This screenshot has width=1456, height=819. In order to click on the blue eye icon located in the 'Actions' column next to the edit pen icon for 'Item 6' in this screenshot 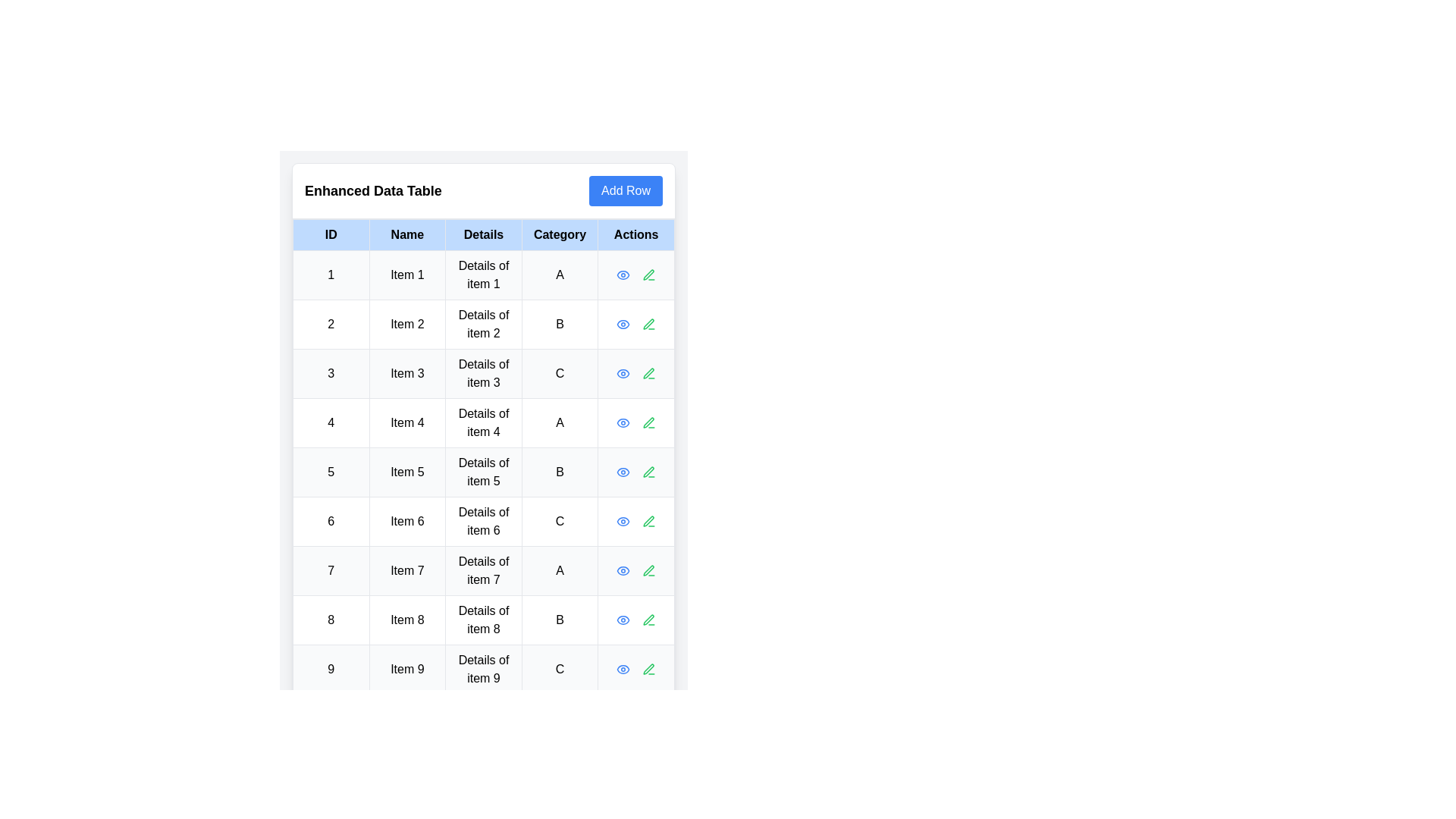, I will do `click(623, 520)`.